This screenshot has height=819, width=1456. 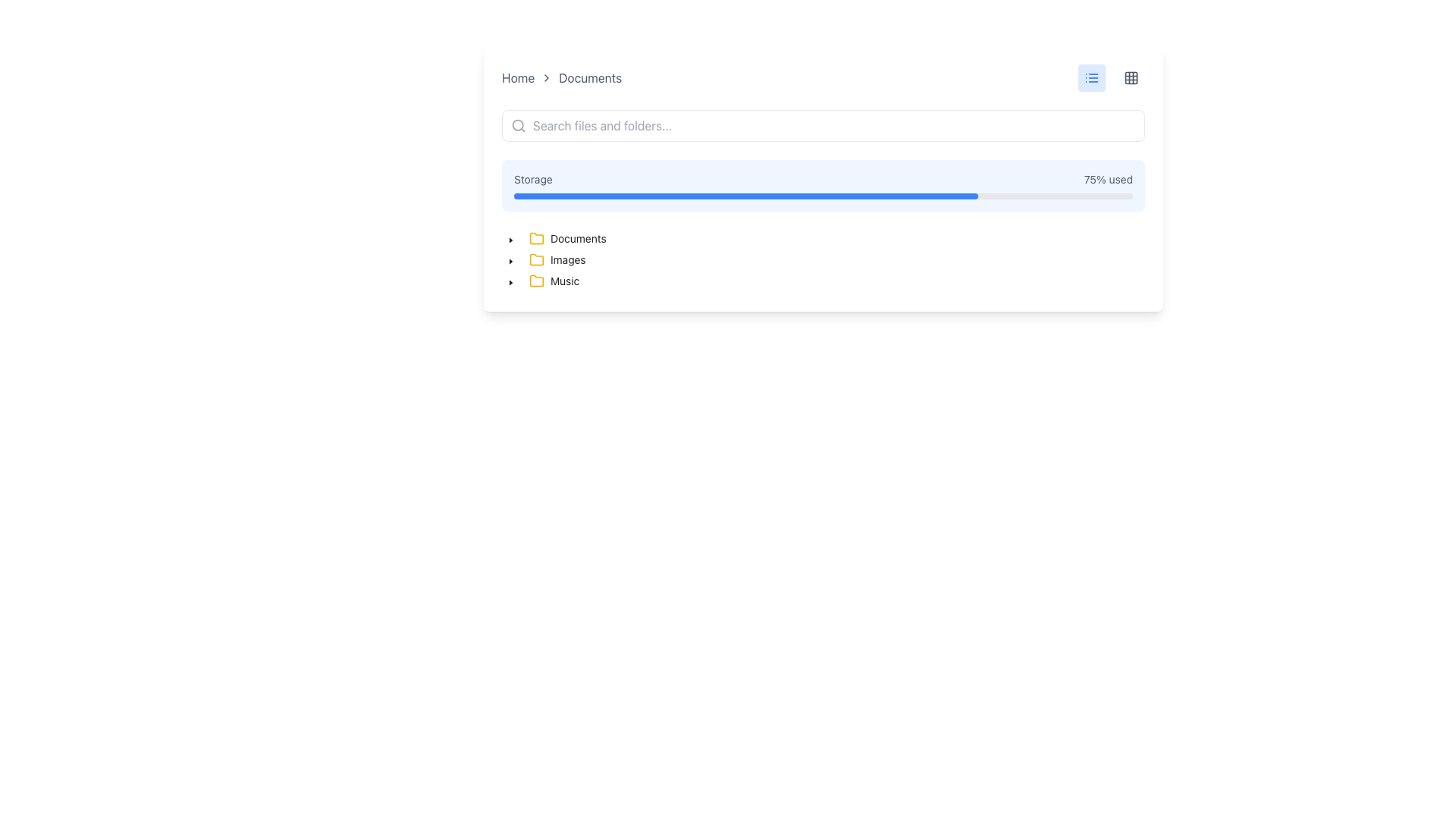 I want to click on the 'Images' folder name in the directory tree view, so click(x=557, y=259).